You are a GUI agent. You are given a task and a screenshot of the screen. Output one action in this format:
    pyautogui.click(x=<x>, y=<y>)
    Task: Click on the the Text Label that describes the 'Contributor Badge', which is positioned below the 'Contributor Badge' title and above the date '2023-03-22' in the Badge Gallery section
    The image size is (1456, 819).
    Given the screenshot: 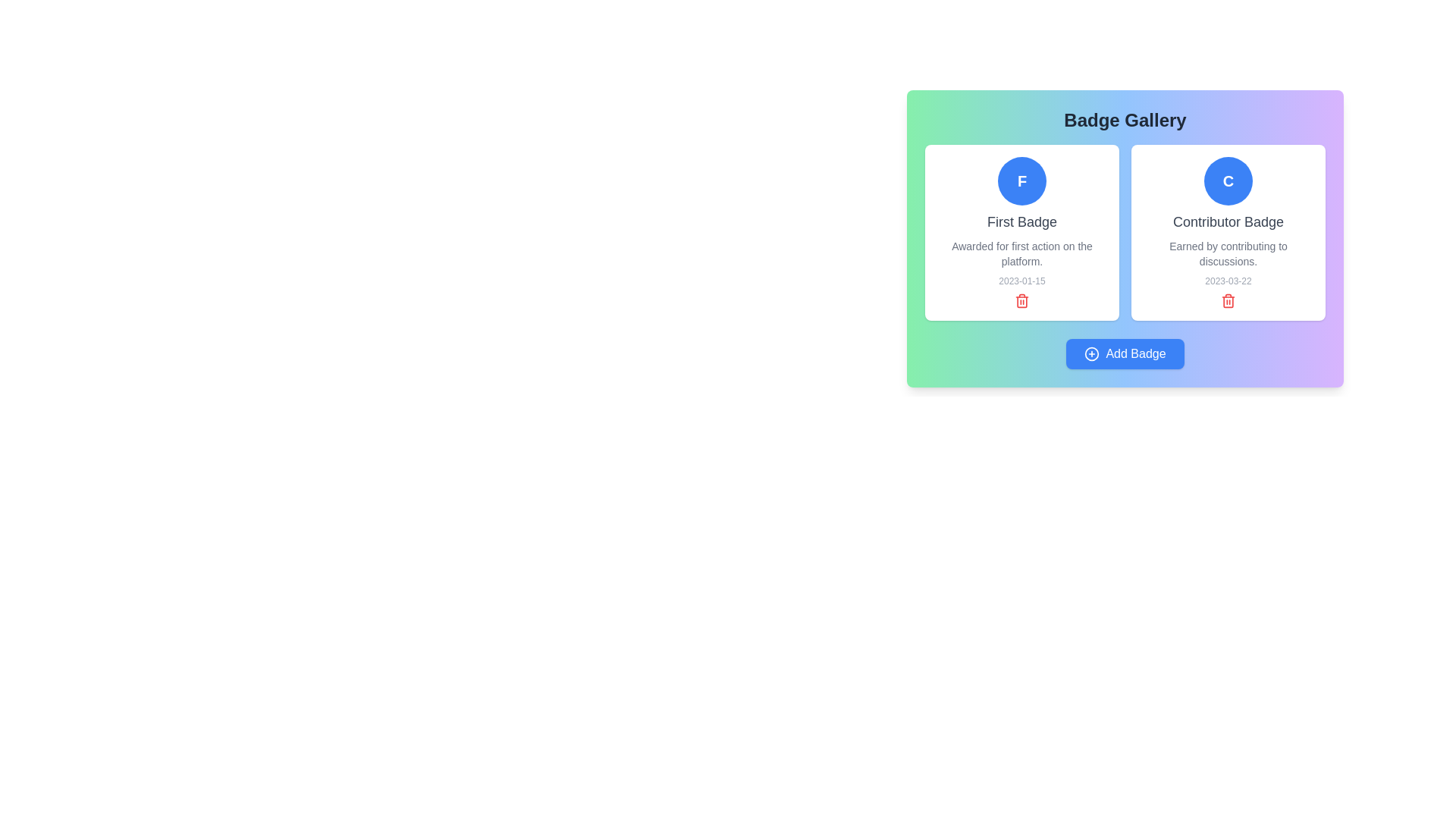 What is the action you would take?
    pyautogui.click(x=1228, y=253)
    